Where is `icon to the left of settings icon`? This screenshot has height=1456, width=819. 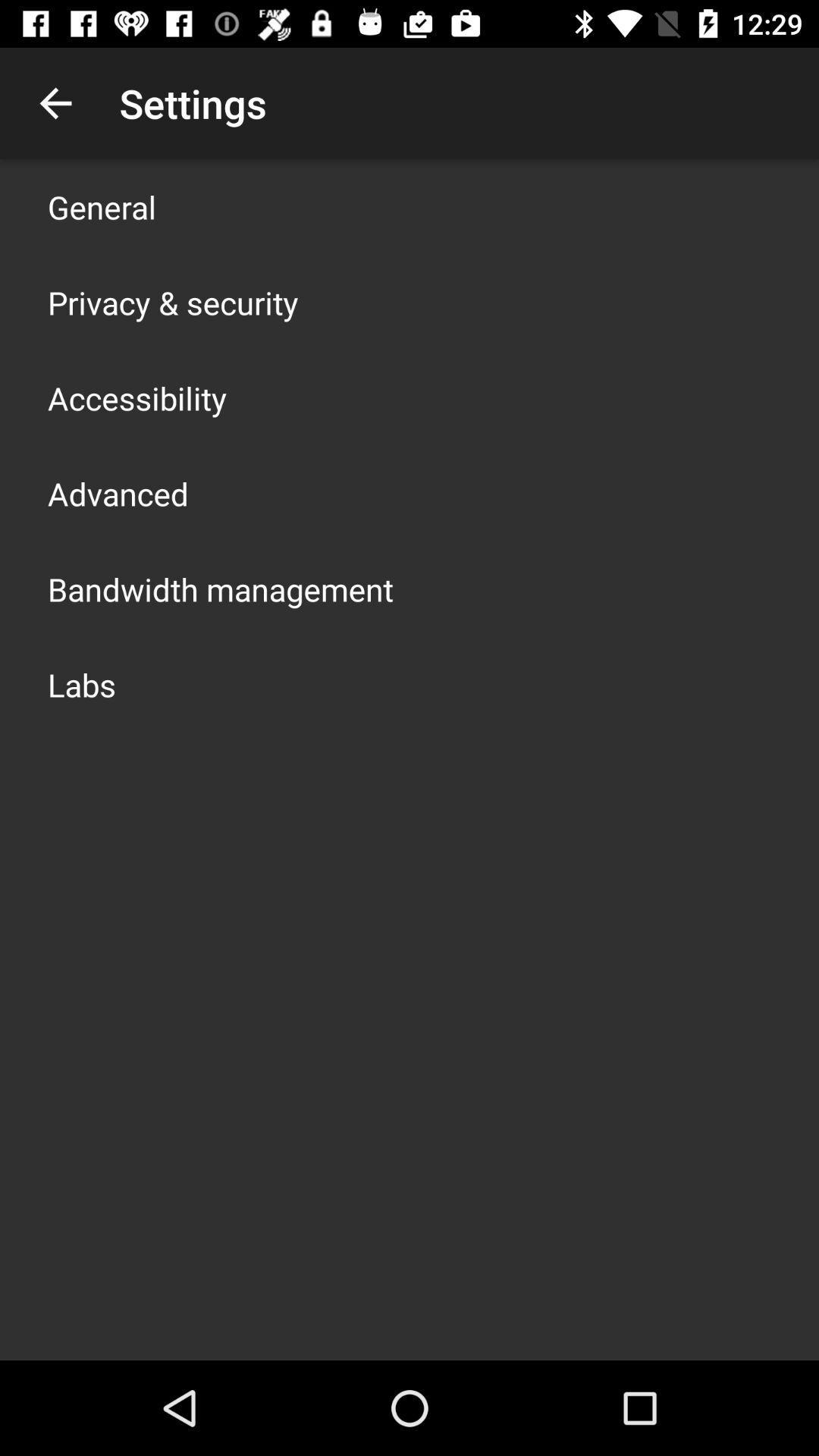
icon to the left of settings icon is located at coordinates (55, 102).